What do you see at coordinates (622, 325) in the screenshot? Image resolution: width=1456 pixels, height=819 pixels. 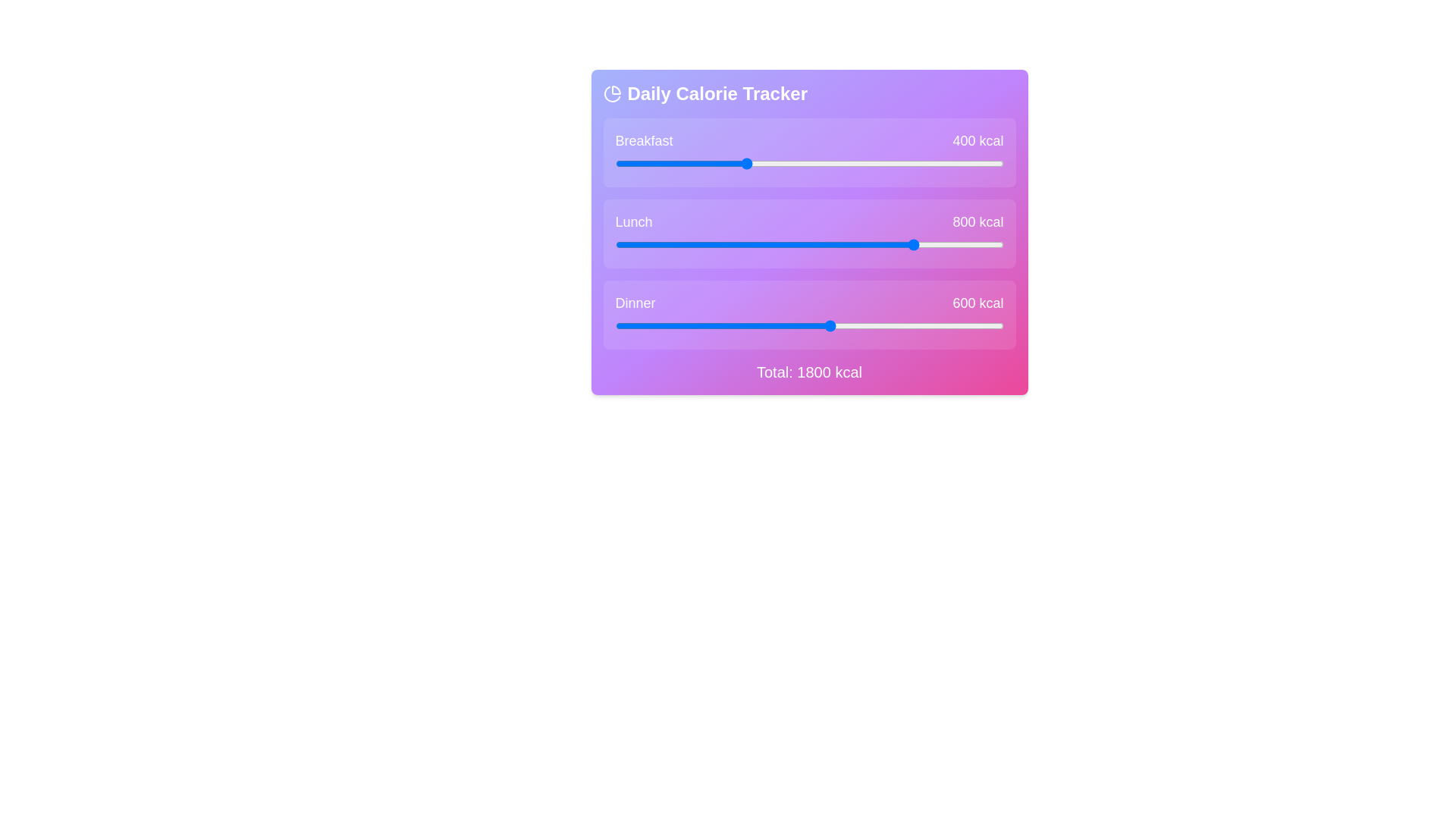 I see `the dinner calorie slider` at bounding box center [622, 325].